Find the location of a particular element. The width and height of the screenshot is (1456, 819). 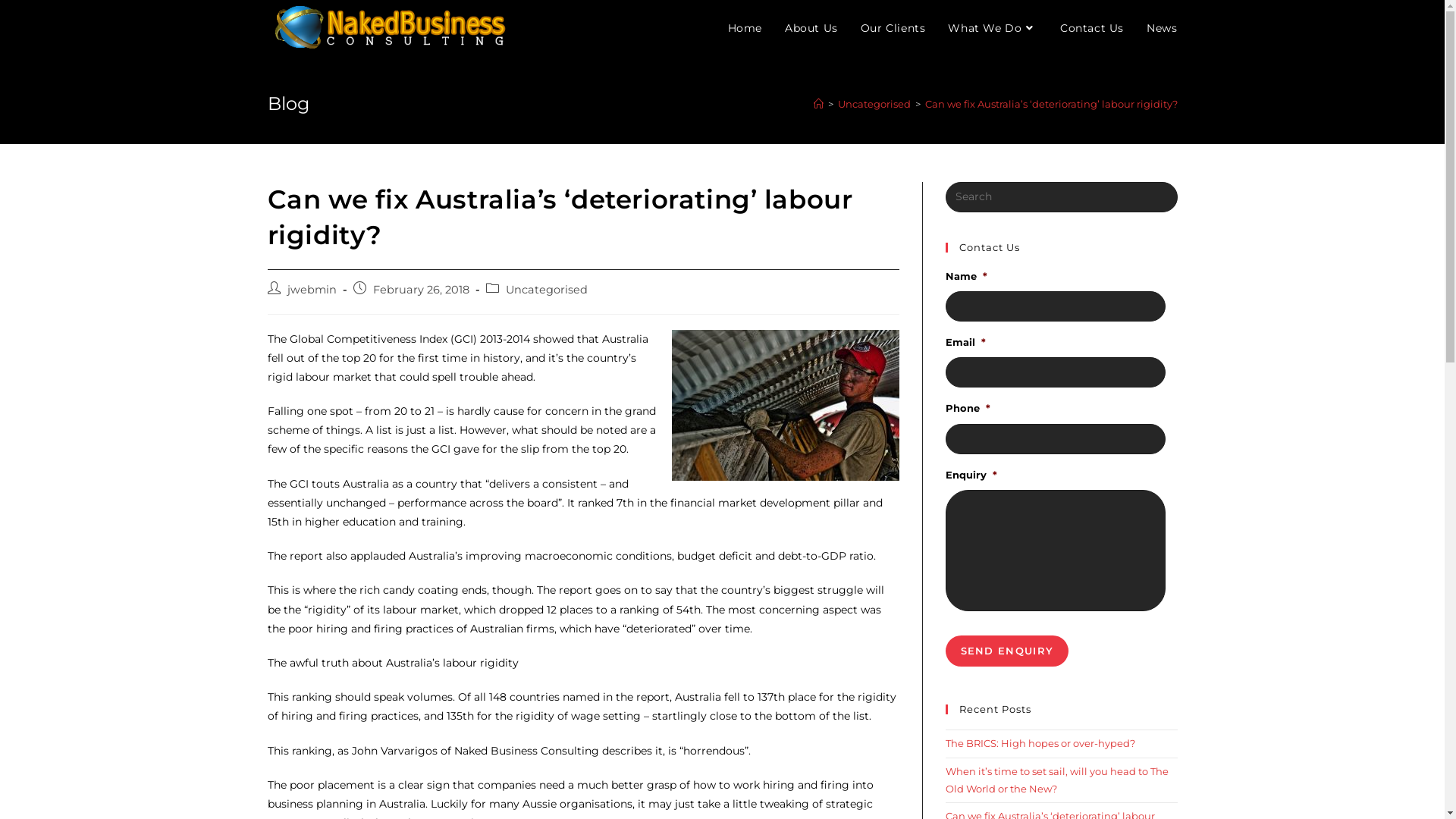

'jwebmin' is located at coordinates (310, 289).